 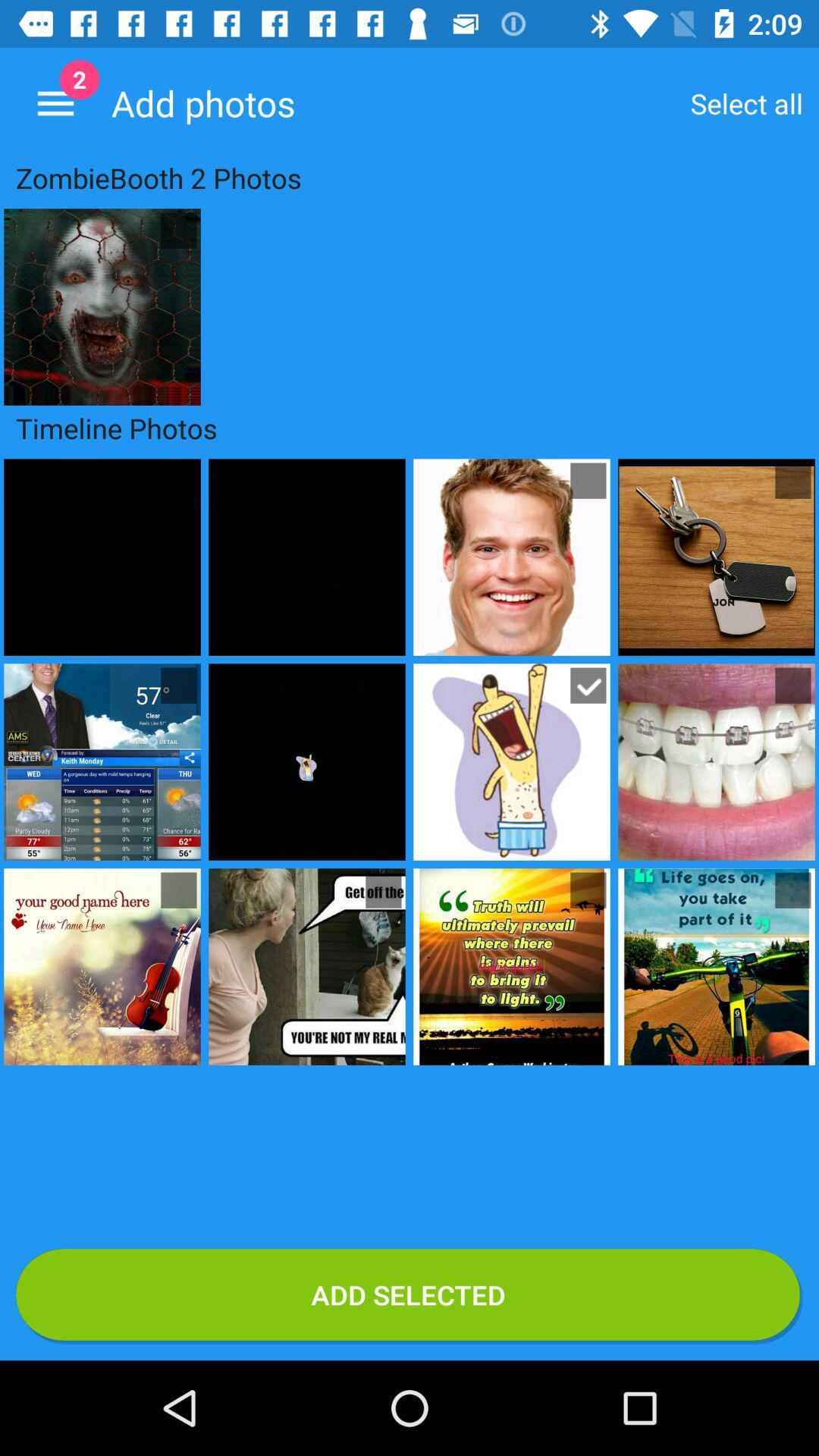 What do you see at coordinates (102, 966) in the screenshot?
I see `the image from 1st column and 3rd row below text timeline photos` at bounding box center [102, 966].